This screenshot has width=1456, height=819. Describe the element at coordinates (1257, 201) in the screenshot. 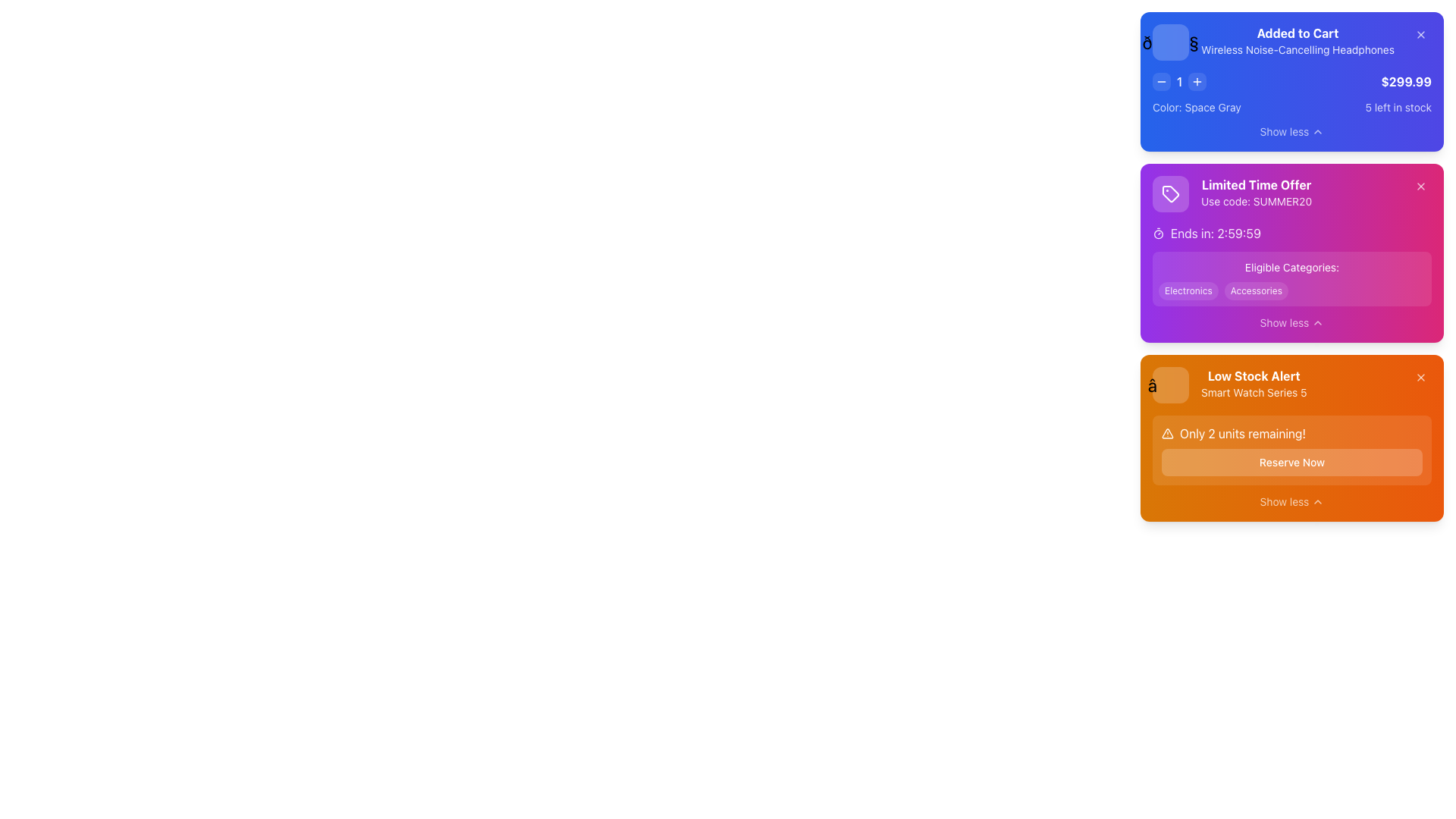

I see `the informational text block displaying the promotional code 'SUMMER20', which is located under the 'Limited Time Offer' text within a purple card on the right side of the interface` at that location.